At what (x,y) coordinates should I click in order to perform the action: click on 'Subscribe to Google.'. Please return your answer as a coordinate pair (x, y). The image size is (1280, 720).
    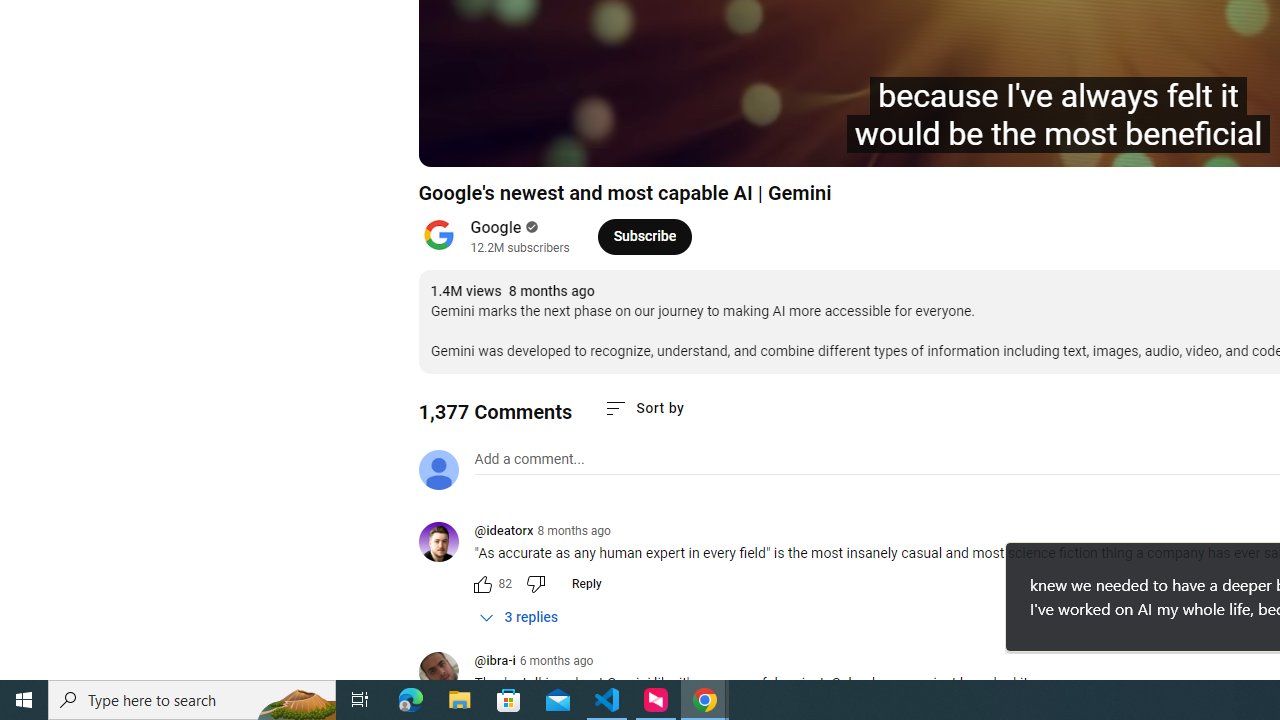
    Looking at the image, I should click on (644, 235).